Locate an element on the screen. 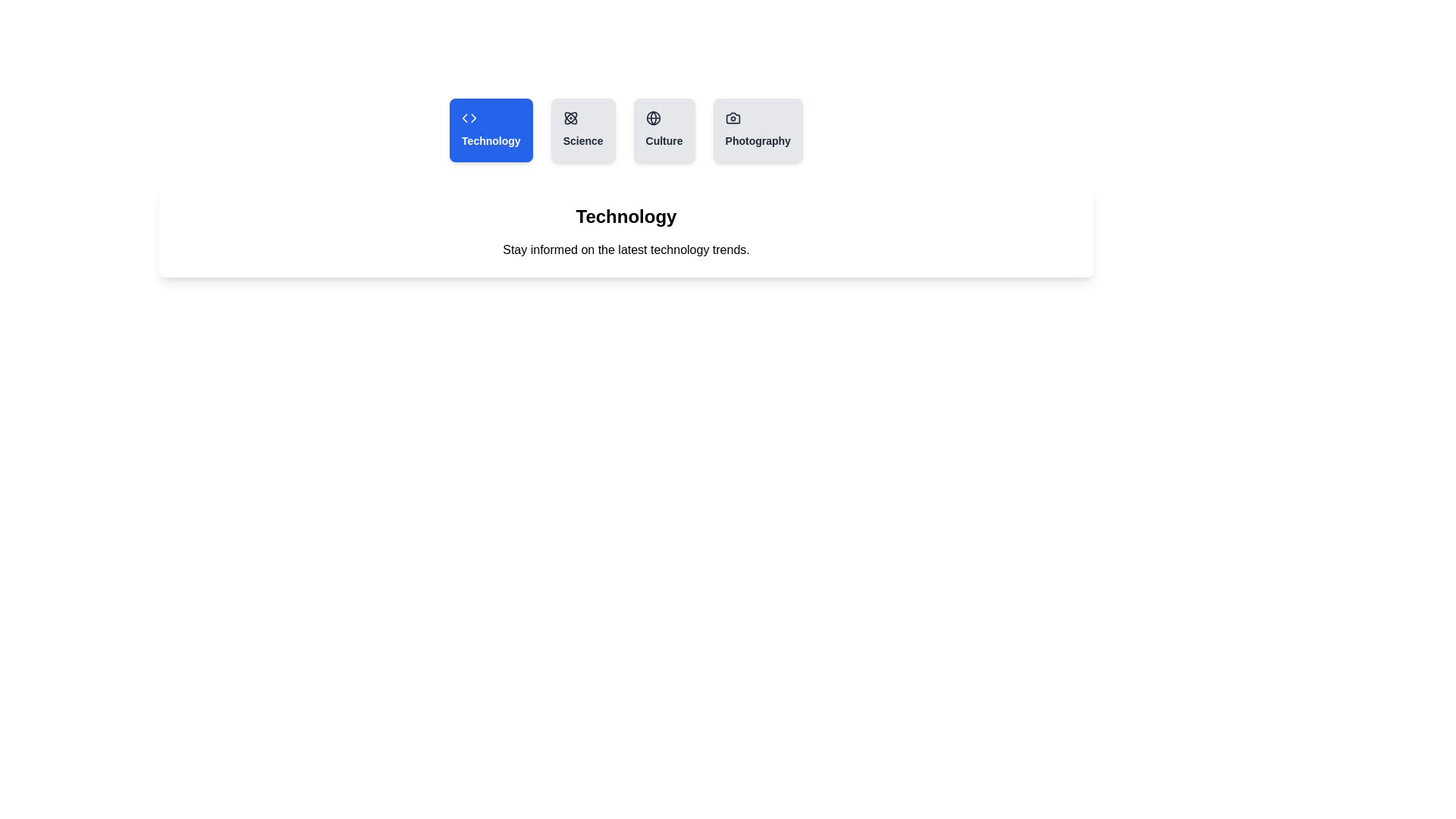 This screenshot has width=1456, height=819. the tab labeled Photography to observe its hover effect is located at coordinates (758, 130).